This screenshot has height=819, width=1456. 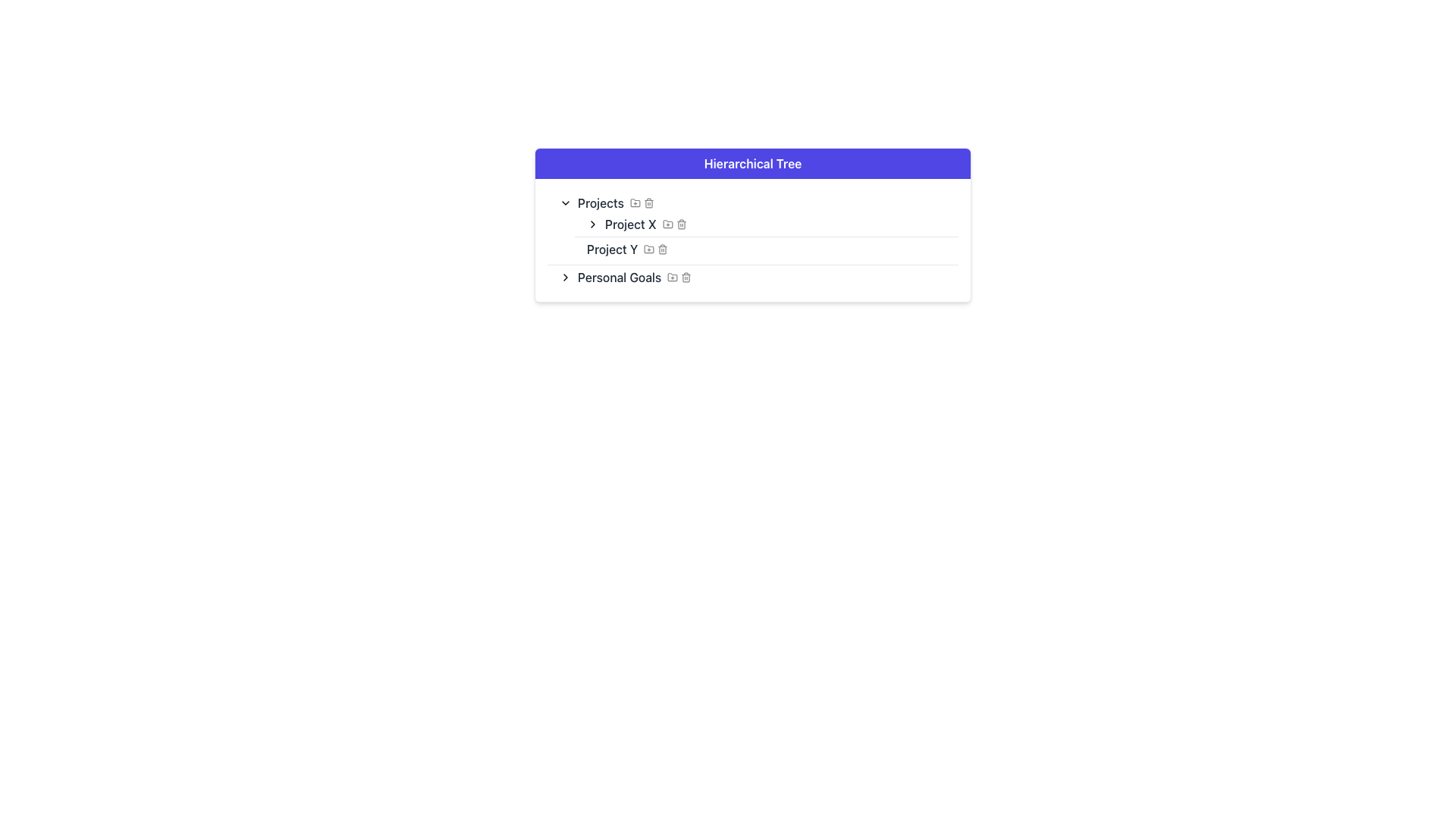 I want to click on the icon group consisting of a folder with a plus symbol and a trash can, located to the right of the 'Project X' label, so click(x=673, y=224).